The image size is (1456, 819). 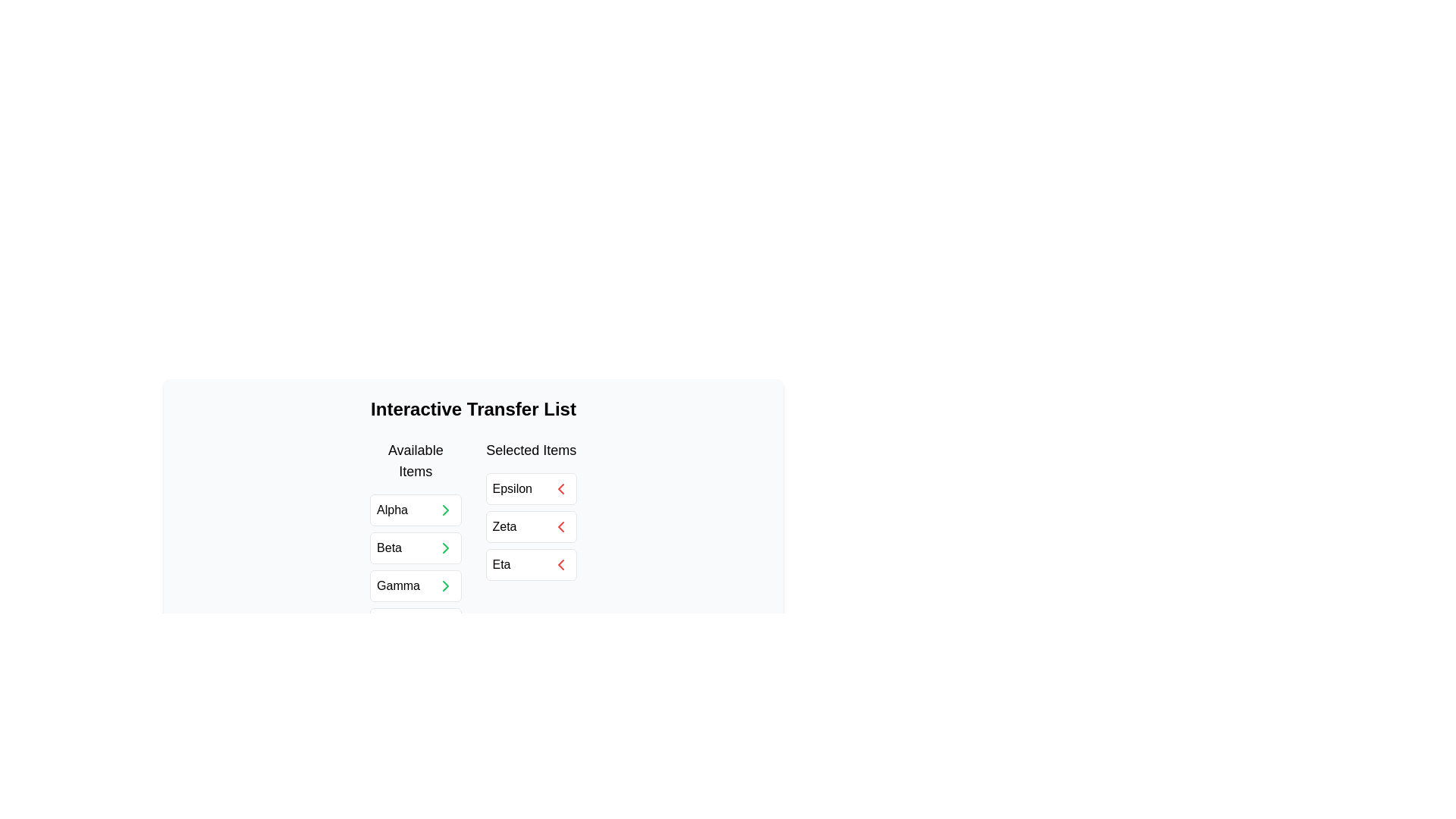 I want to click on green arrow button next to the item Gamma in the 'Available Items' list to move it to the 'Selected Items' list, so click(x=444, y=585).